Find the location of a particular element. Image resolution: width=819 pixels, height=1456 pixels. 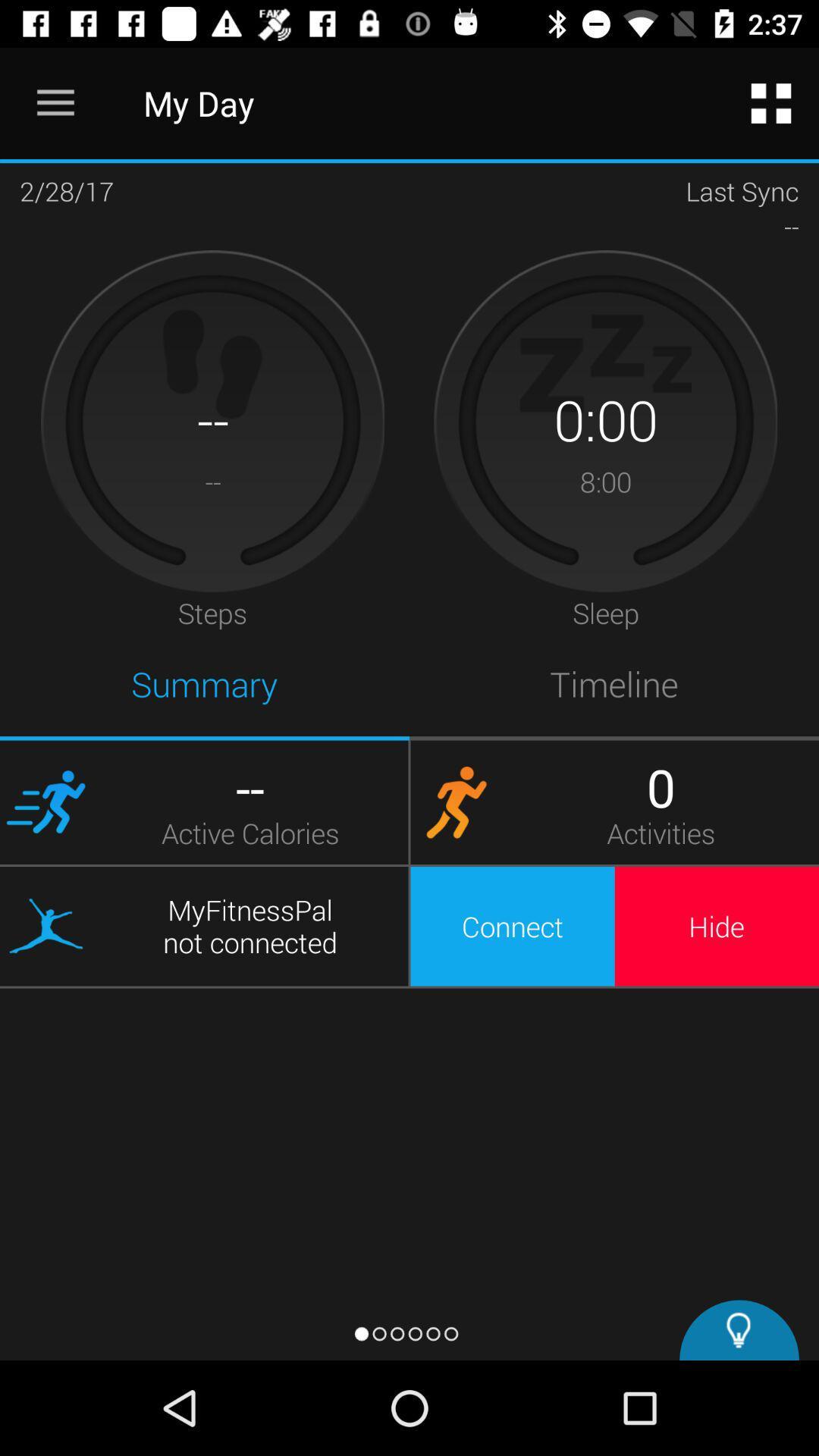

enter connect right to hide is located at coordinates (512, 926).